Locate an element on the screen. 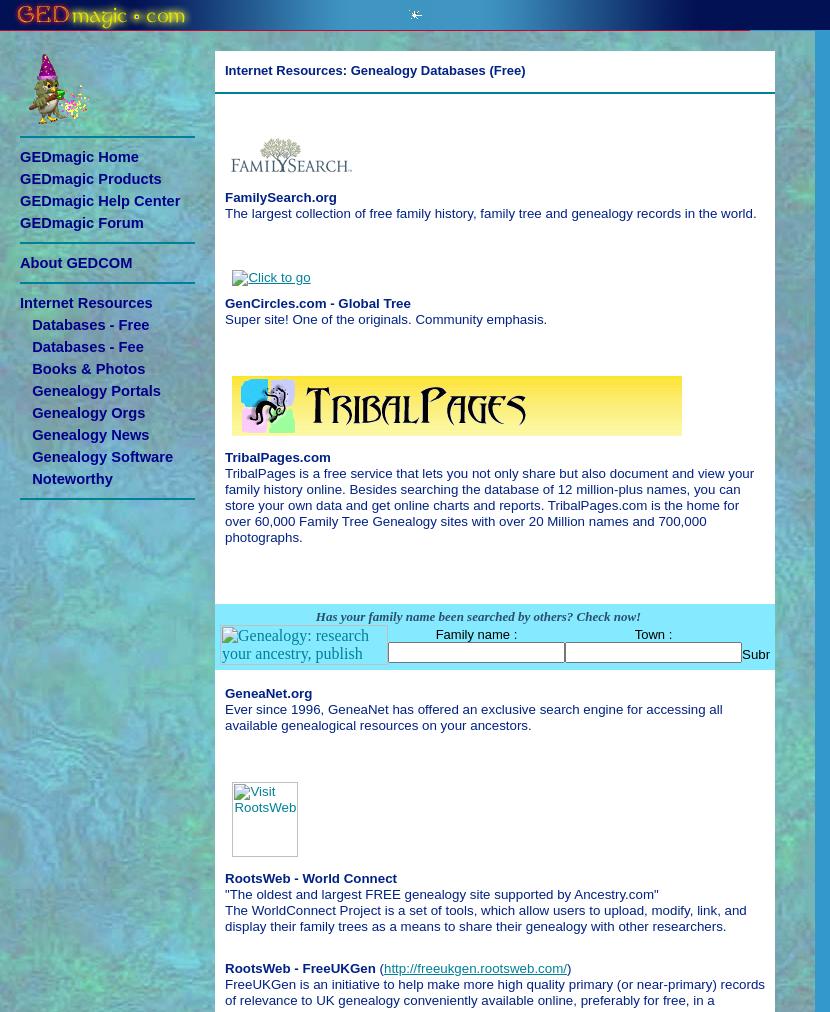 This screenshot has height=1012, width=830. ')' is located at coordinates (567, 967).